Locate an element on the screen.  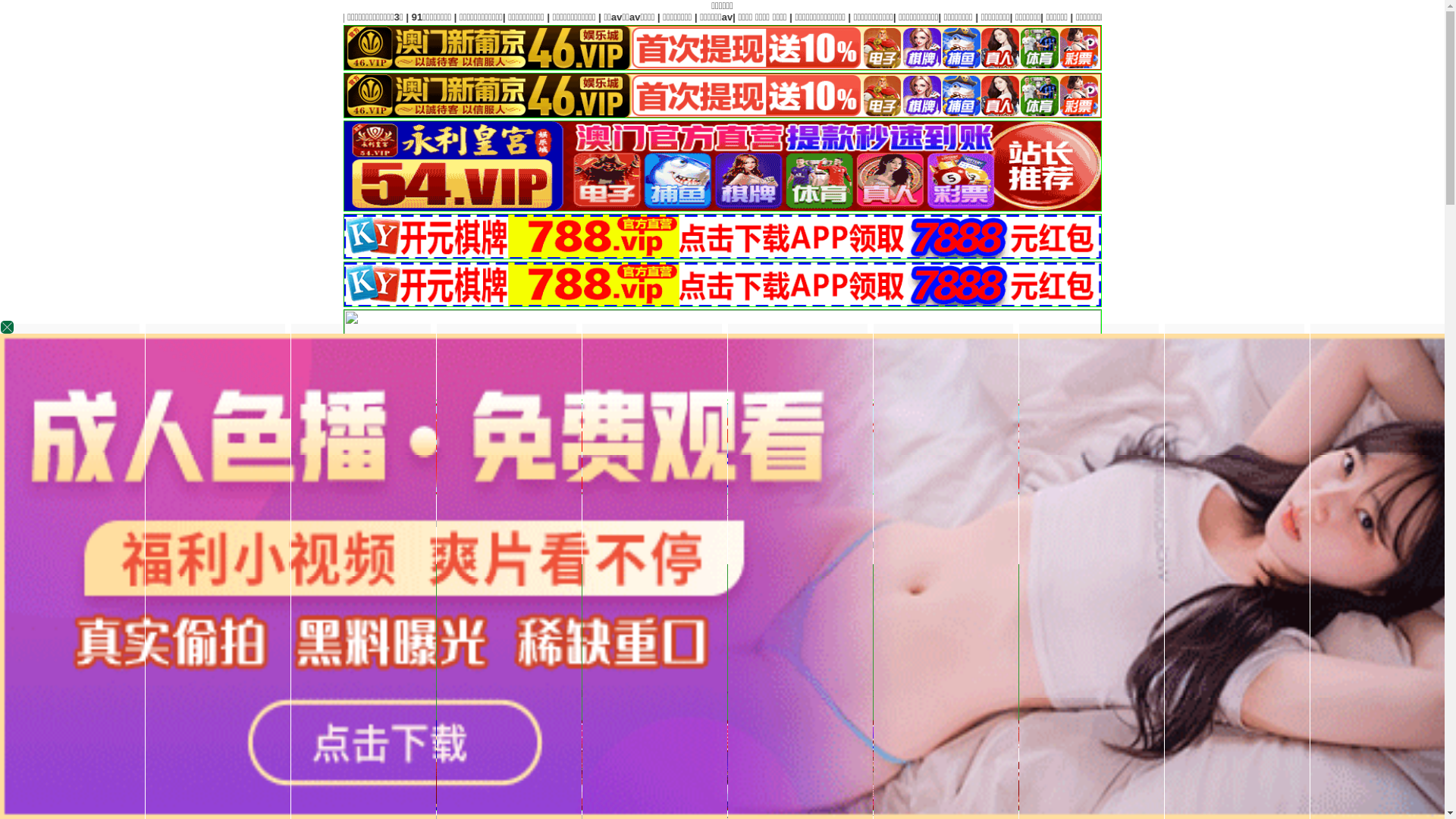
'www.gxht168.com' is located at coordinates (1045, 522).